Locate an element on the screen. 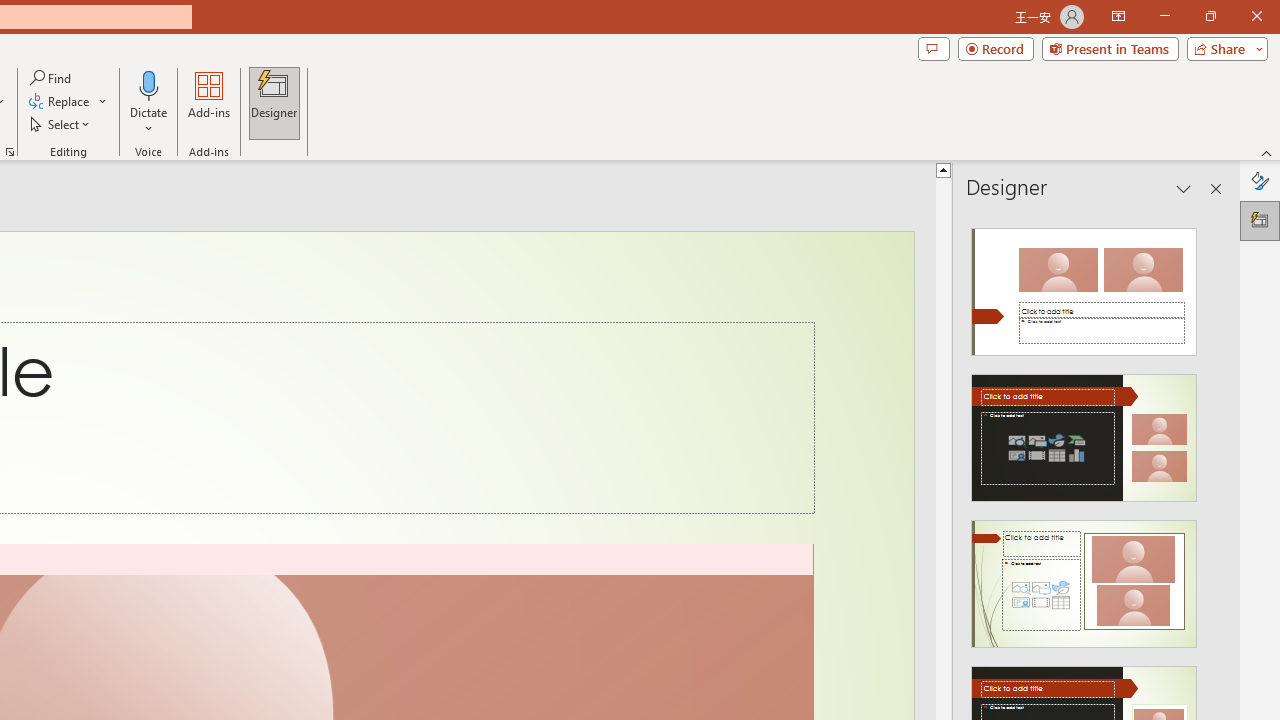  'Designer' is located at coordinates (273, 103).